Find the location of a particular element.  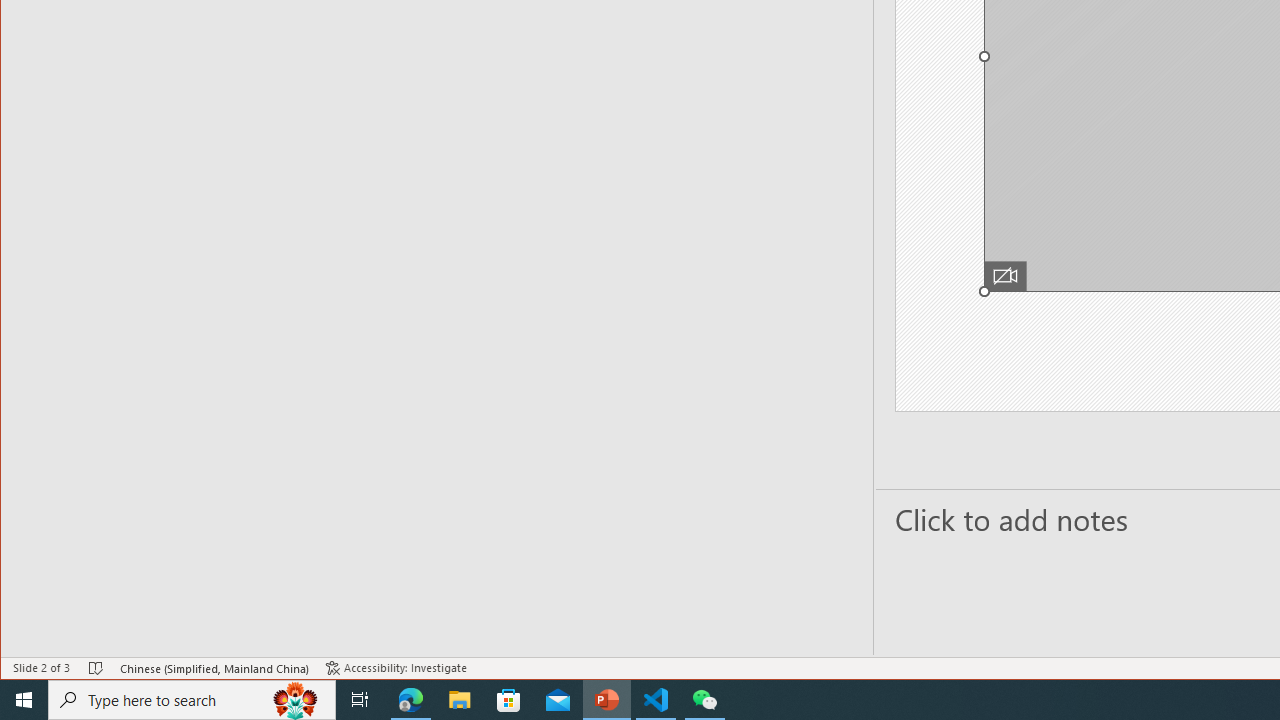

'Search highlights icon opens search home window' is located at coordinates (294, 698).